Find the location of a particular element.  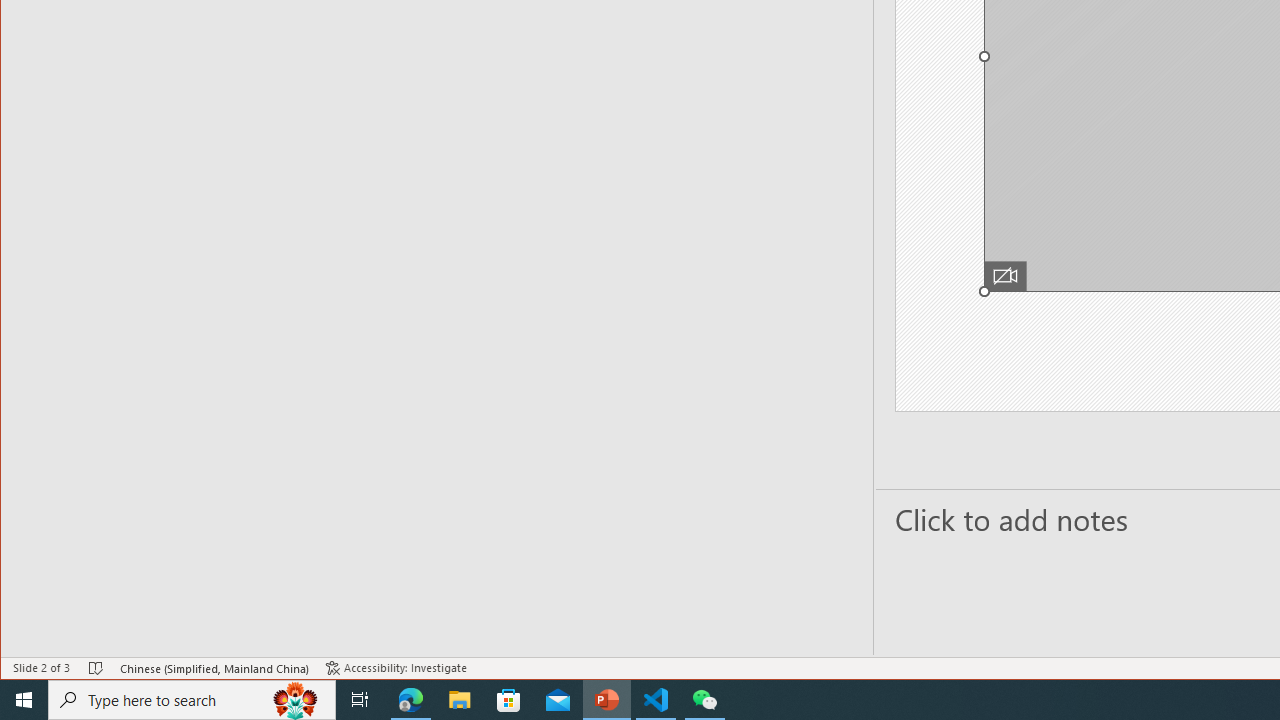

'Search highlights icon opens search home window' is located at coordinates (294, 698).